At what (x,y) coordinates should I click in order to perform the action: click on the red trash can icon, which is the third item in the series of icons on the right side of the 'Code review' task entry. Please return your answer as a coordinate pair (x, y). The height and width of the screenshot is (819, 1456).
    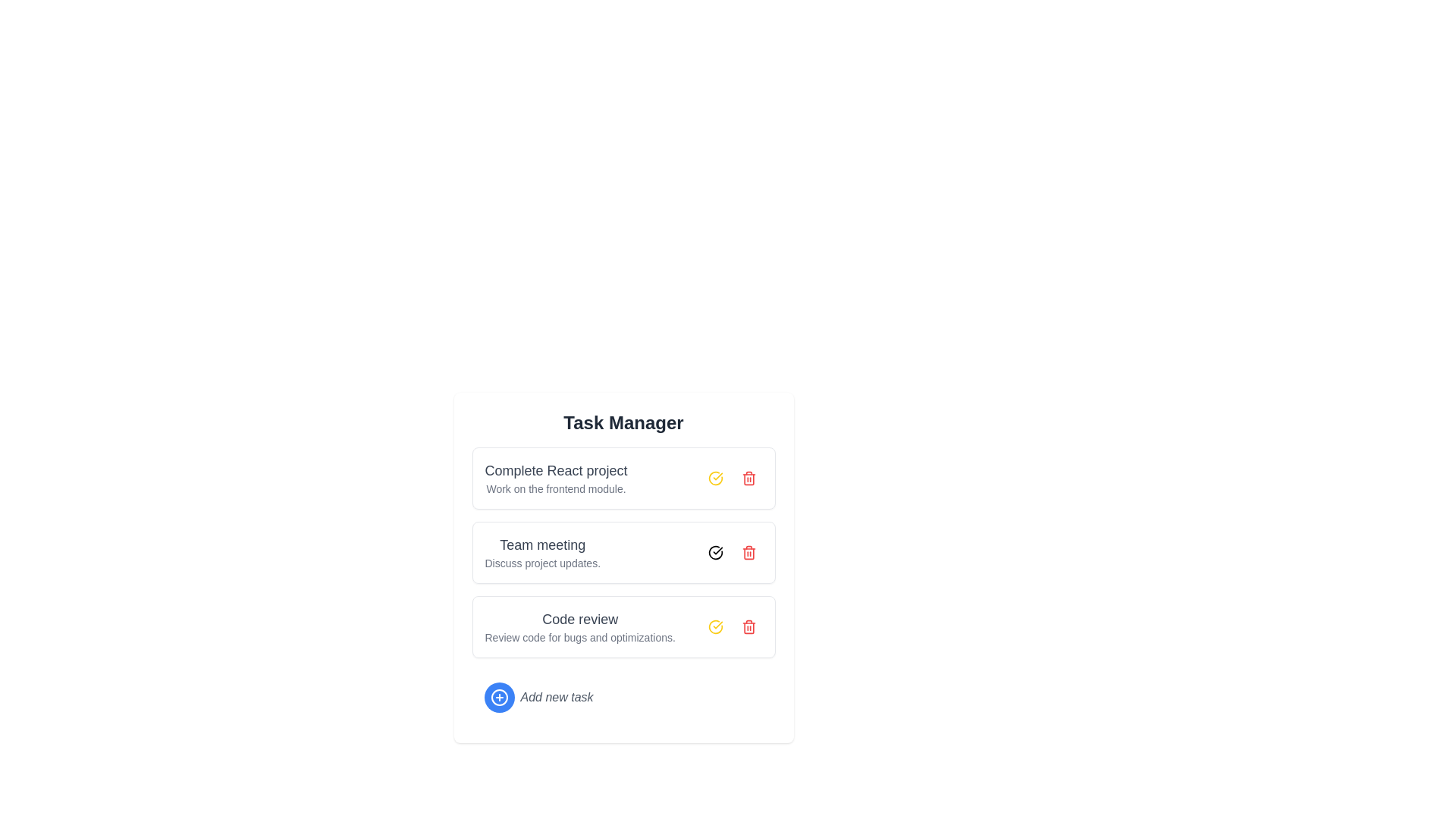
    Looking at the image, I should click on (748, 626).